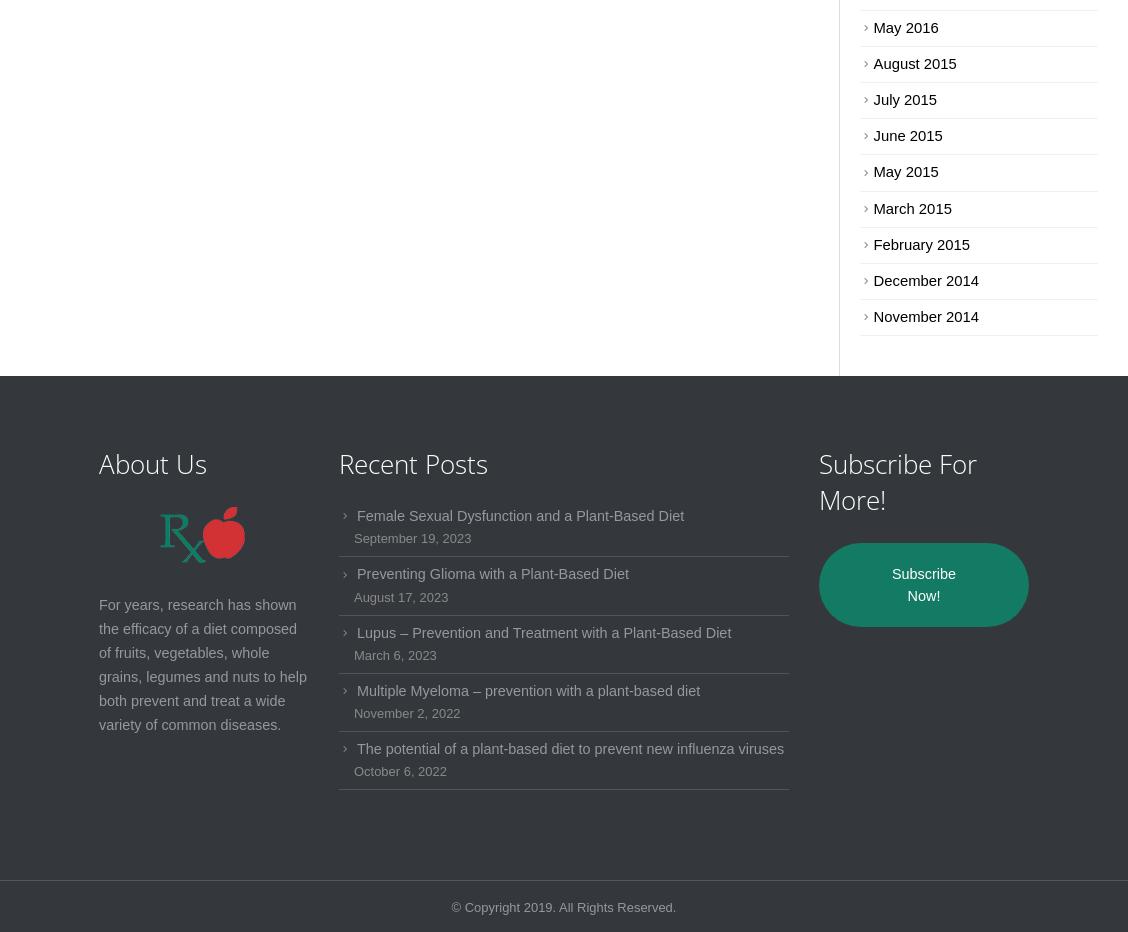 This screenshot has width=1128, height=932. I want to click on 'The potential of a plant-based diet to prevent new influenza viruses', so click(569, 747).